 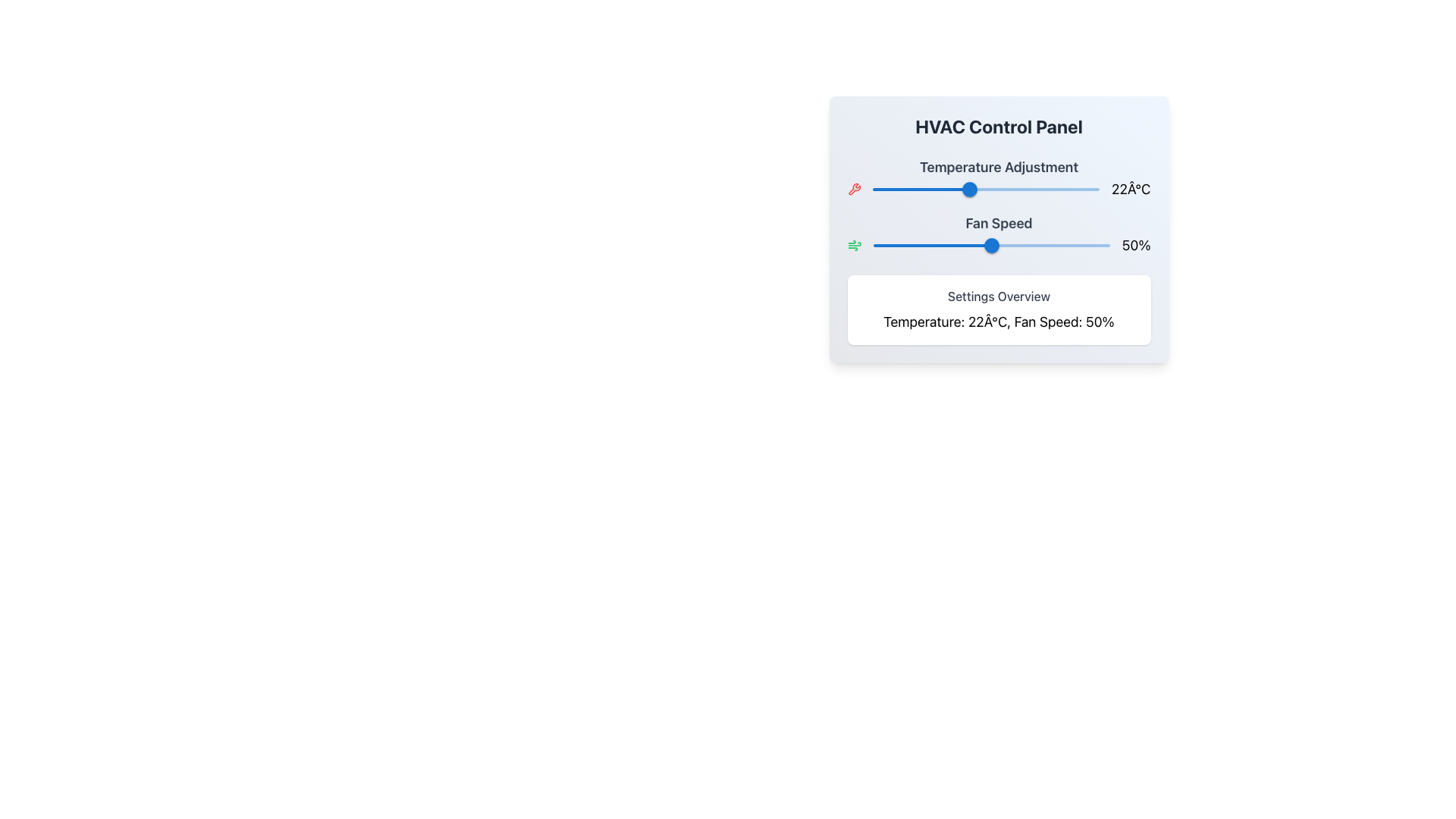 I want to click on the temperature, so click(x=899, y=189).